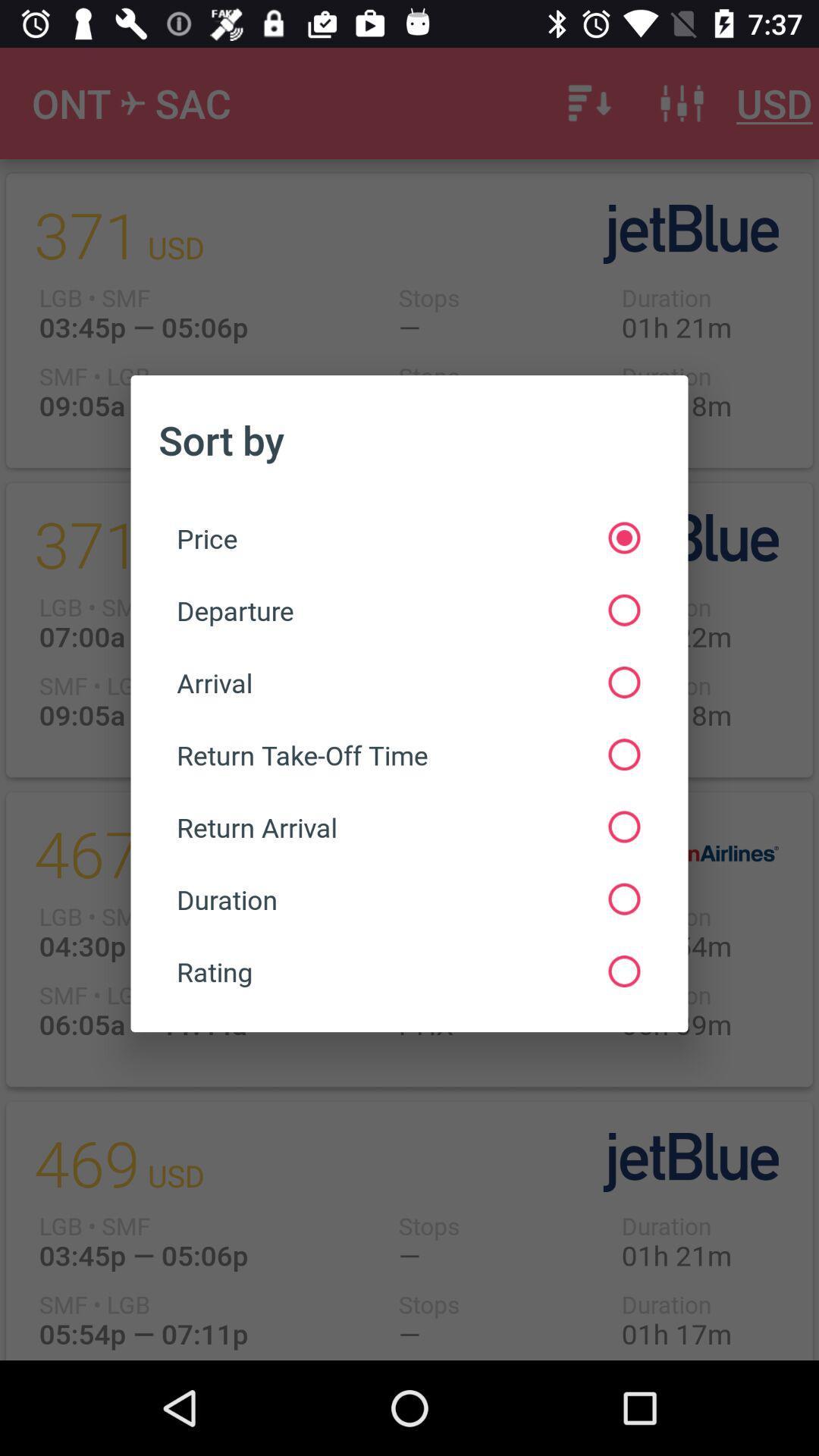  What do you see at coordinates (407, 538) in the screenshot?
I see `the icon below sort by item` at bounding box center [407, 538].